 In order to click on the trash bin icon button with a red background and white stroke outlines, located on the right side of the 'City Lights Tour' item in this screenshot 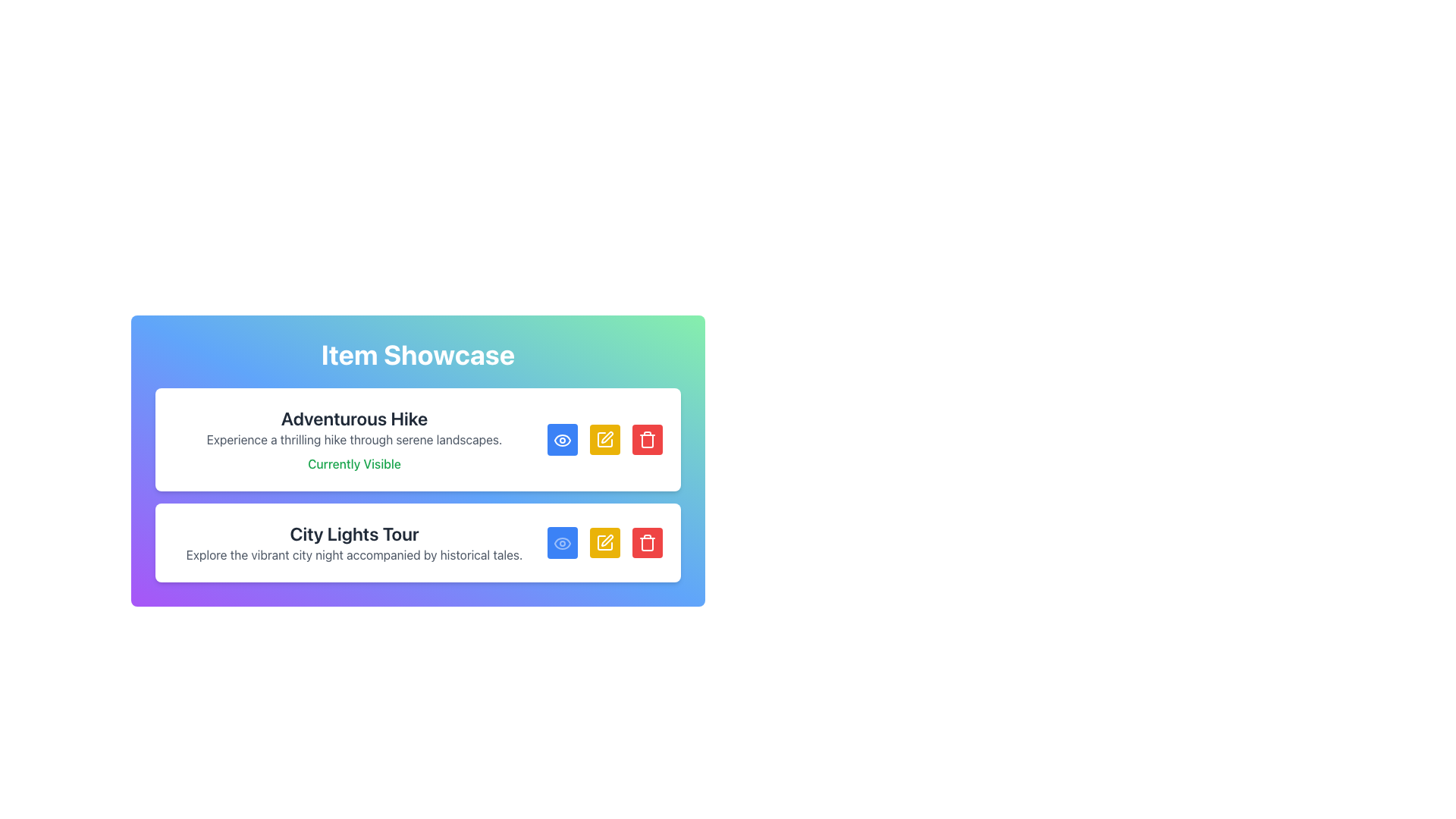, I will do `click(648, 439)`.